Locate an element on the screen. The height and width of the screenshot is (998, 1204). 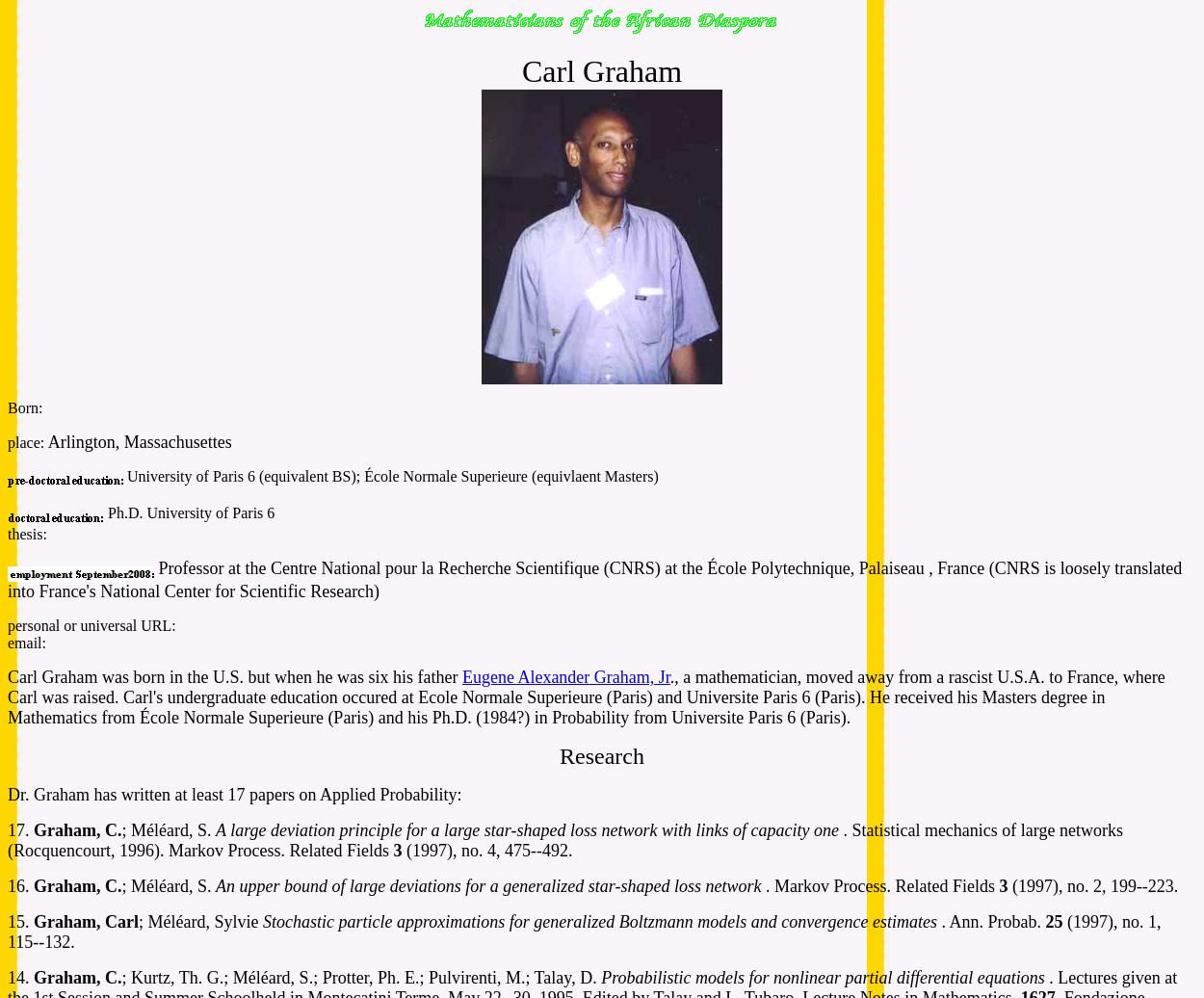
'email:' is located at coordinates (26, 643).